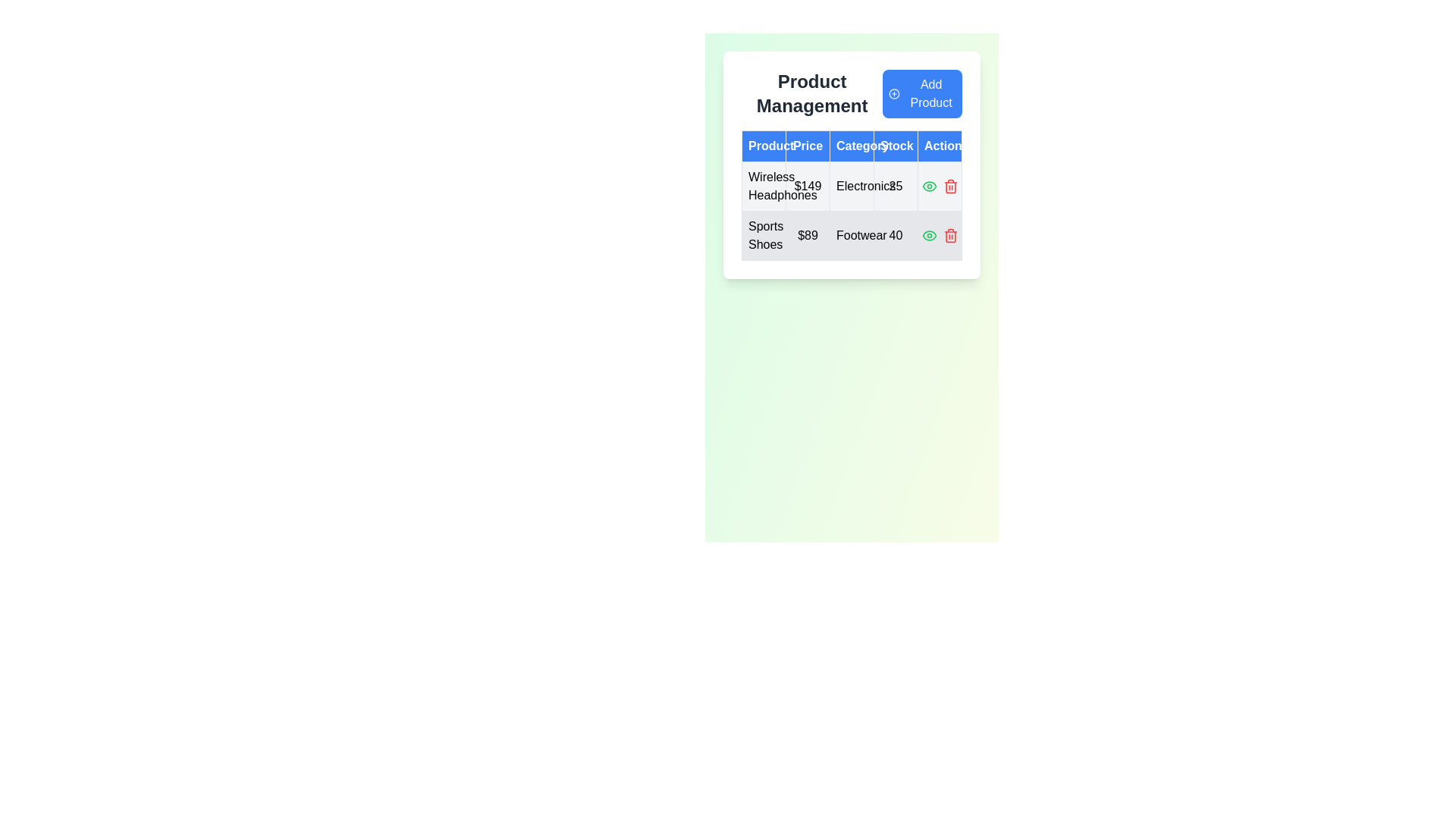 Image resolution: width=1456 pixels, height=819 pixels. What do you see at coordinates (896, 186) in the screenshot?
I see `the stock quantity text for the product 'Wireless Headphones' in the 'Product Management' table located in the fourth slot under the 'Stock' column` at bounding box center [896, 186].